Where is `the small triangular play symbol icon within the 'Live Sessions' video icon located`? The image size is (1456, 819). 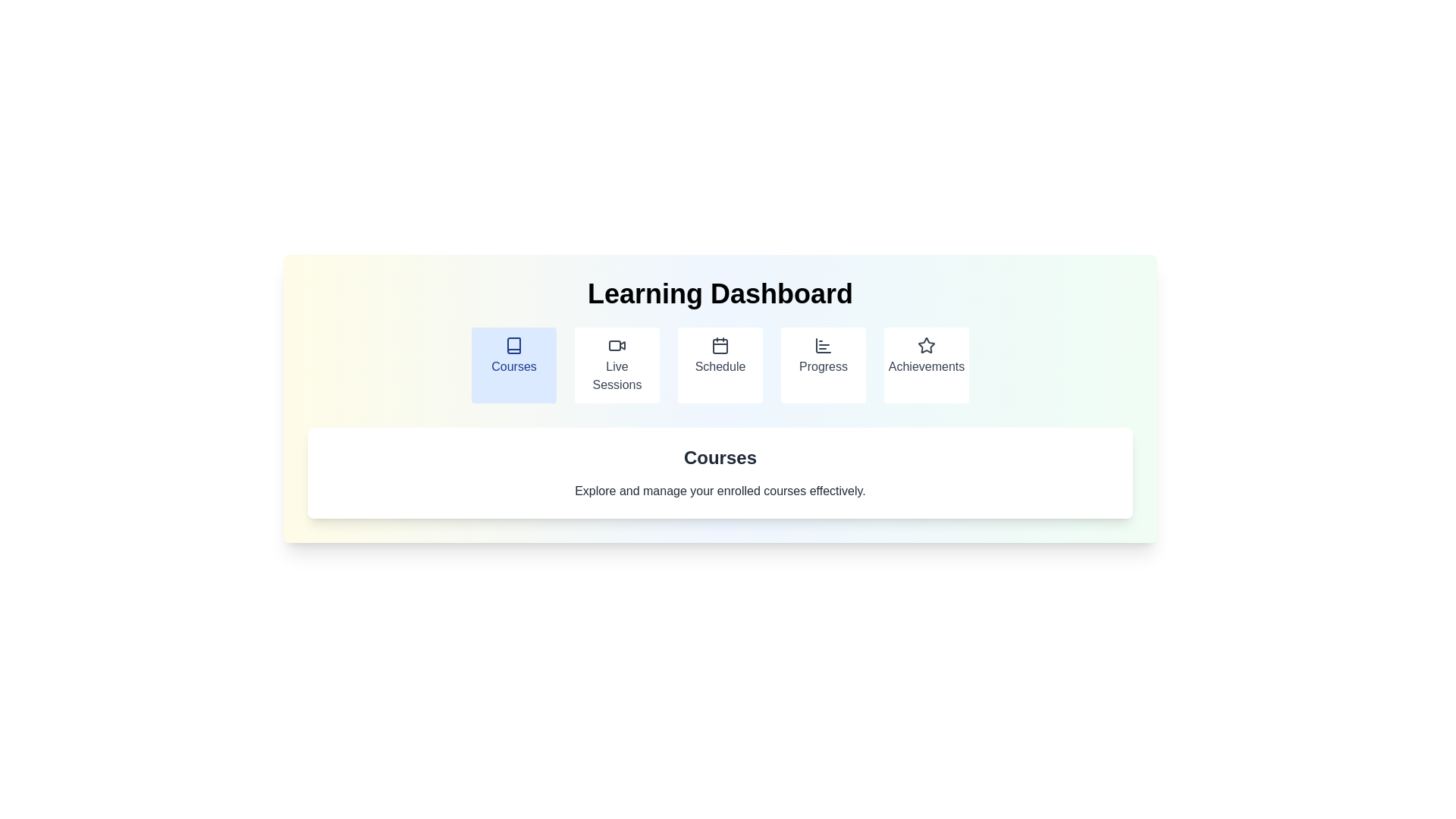 the small triangular play symbol icon within the 'Live Sessions' video icon located is located at coordinates (622, 345).